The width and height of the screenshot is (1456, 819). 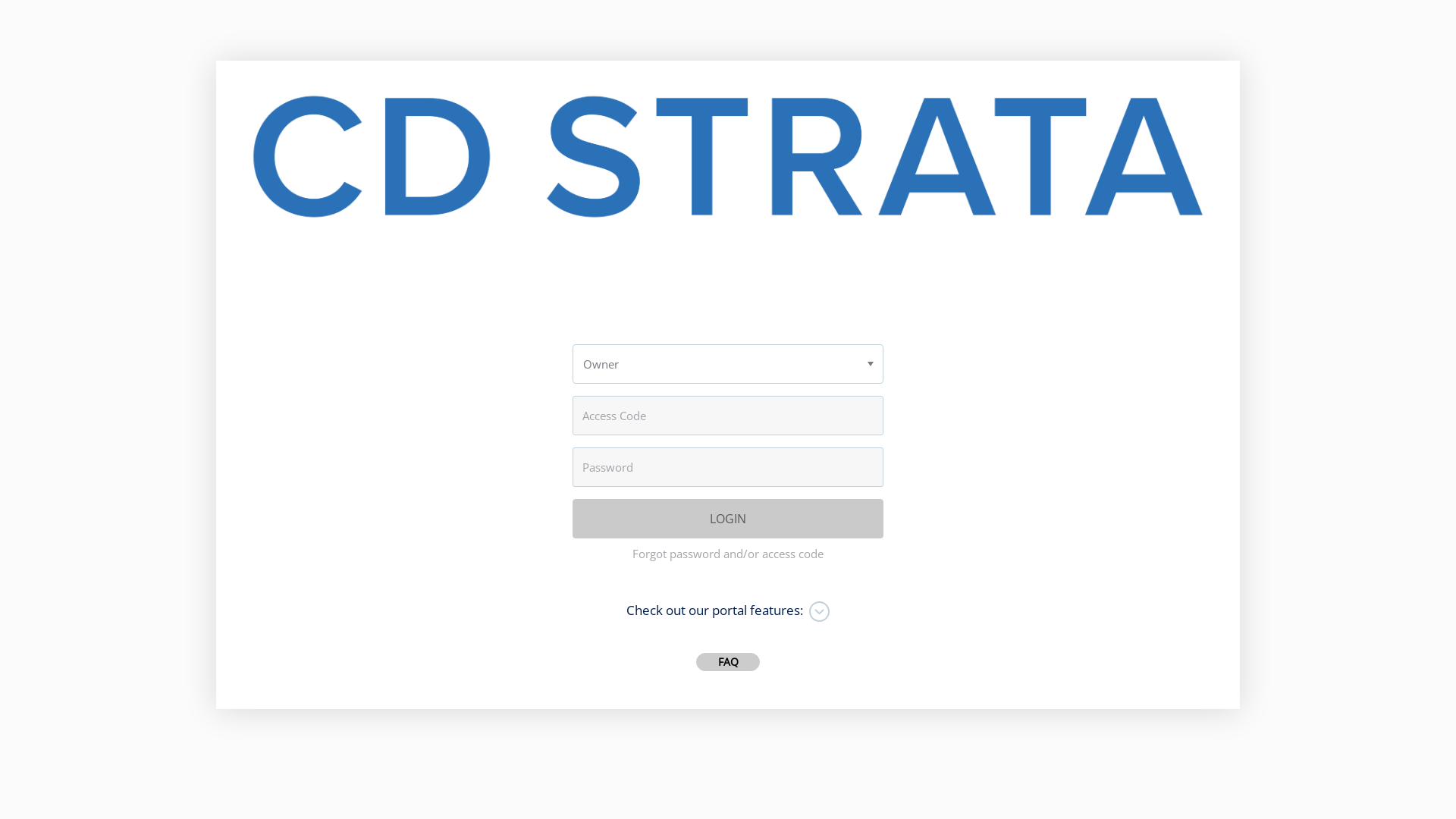 What do you see at coordinates (728, 661) in the screenshot?
I see `'FAQ'` at bounding box center [728, 661].